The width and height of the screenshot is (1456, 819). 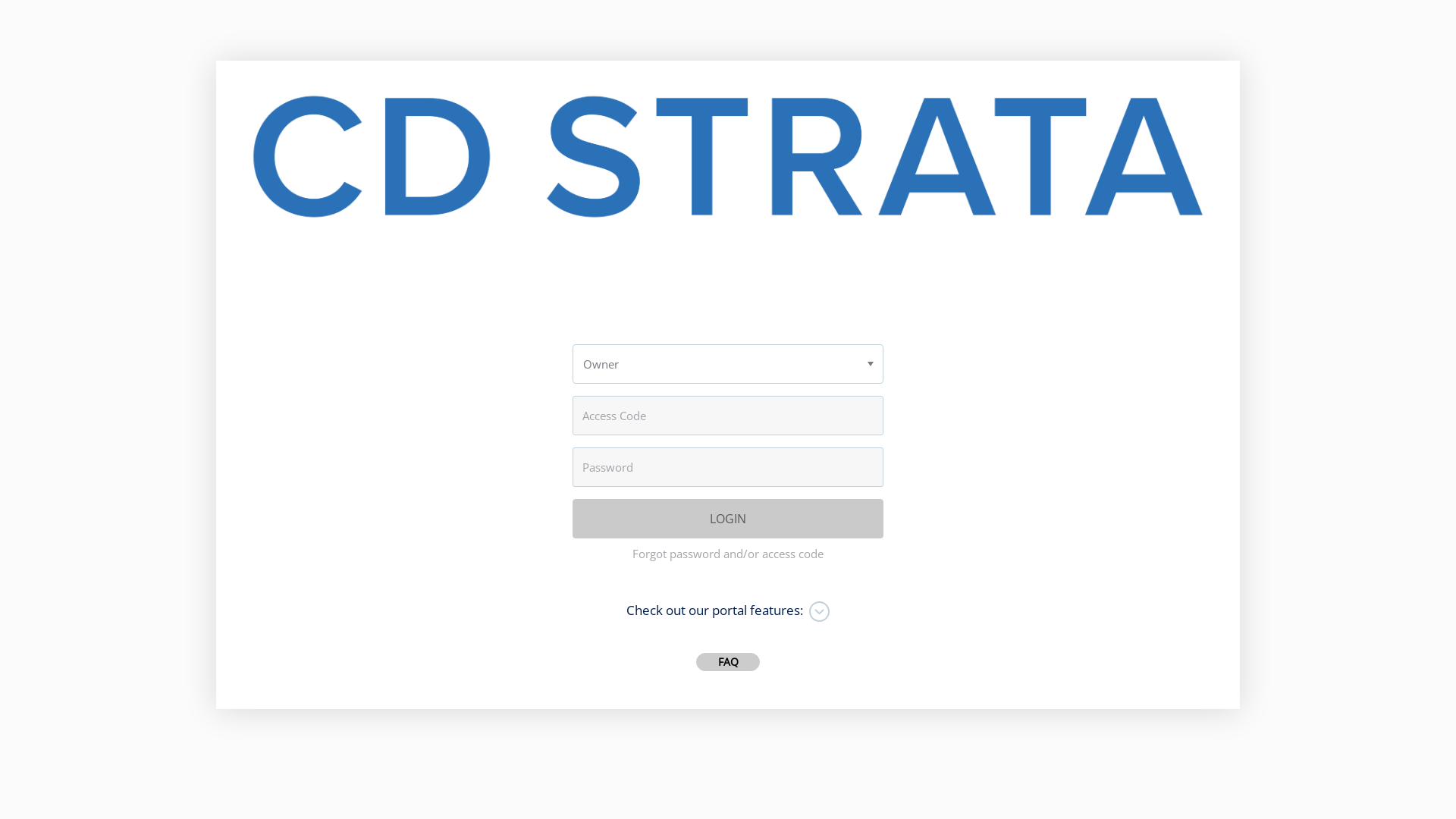 What do you see at coordinates (728, 661) in the screenshot?
I see `'FAQ'` at bounding box center [728, 661].